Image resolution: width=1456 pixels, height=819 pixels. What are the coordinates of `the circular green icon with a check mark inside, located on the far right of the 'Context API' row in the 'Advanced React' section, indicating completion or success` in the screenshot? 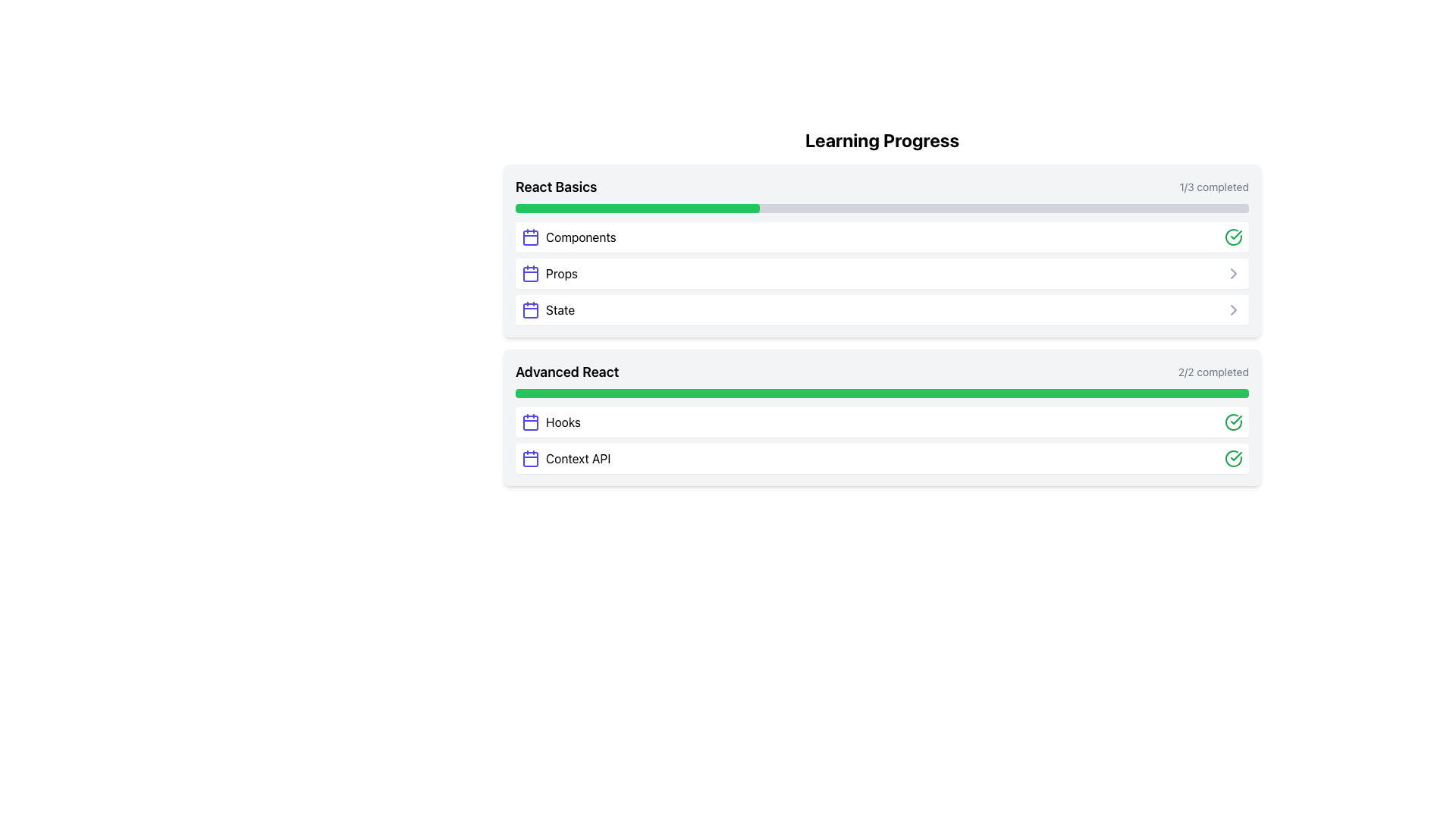 It's located at (1234, 458).